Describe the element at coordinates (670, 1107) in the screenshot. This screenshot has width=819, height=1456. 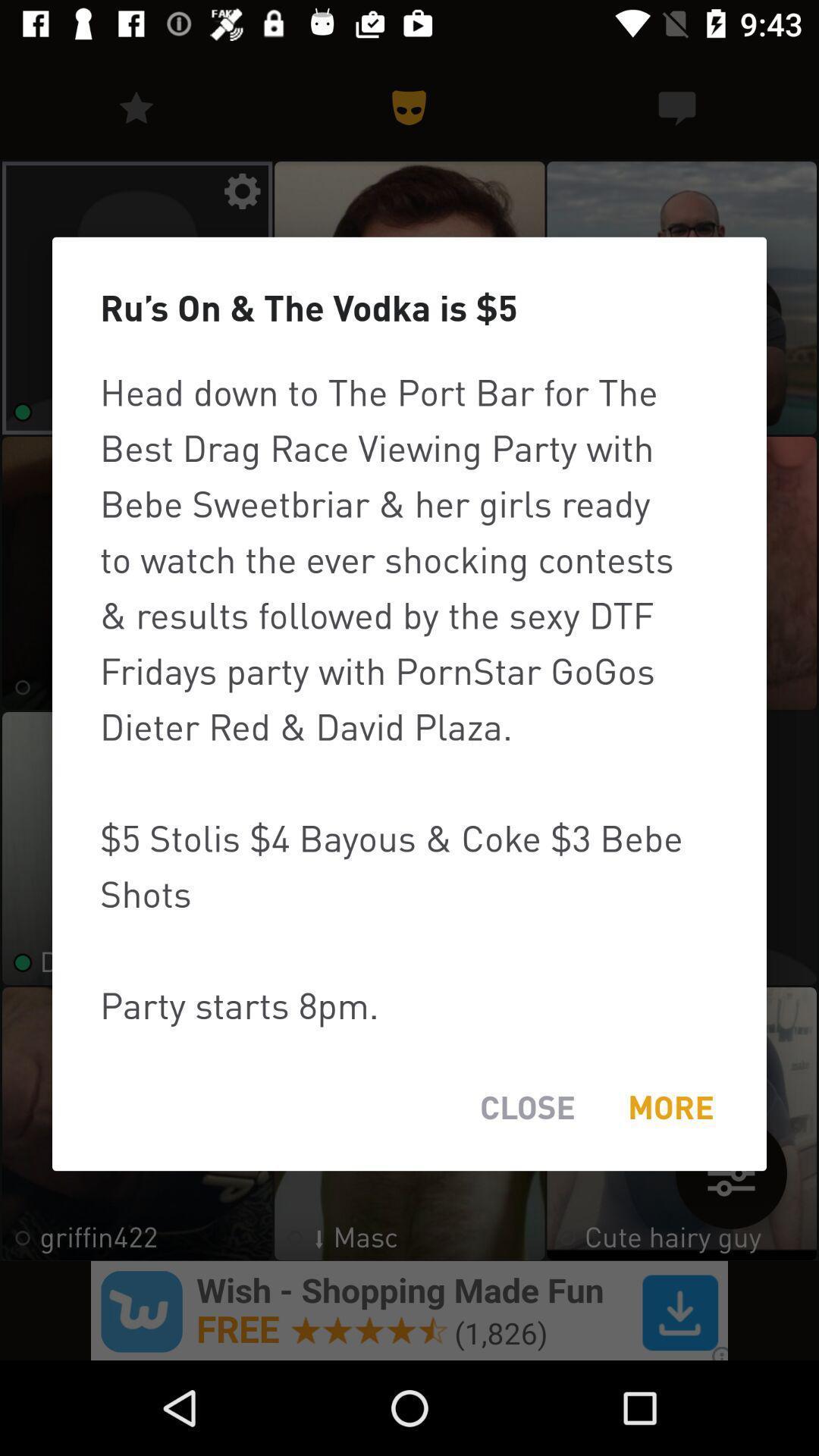
I see `item below head down to item` at that location.